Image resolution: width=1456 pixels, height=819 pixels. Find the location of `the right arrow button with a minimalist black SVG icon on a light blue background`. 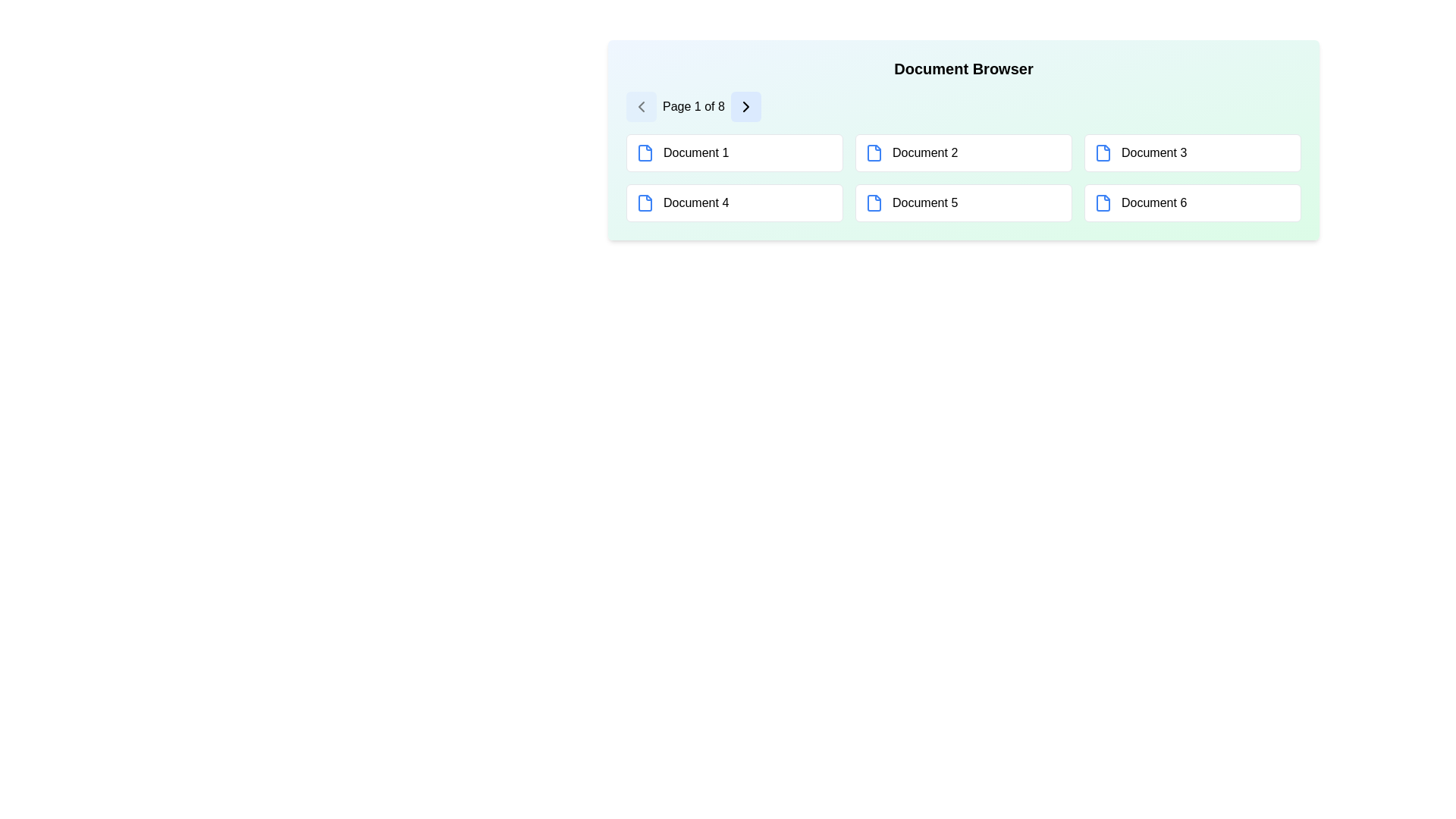

the right arrow button with a minimalist black SVG icon on a light blue background is located at coordinates (745, 106).